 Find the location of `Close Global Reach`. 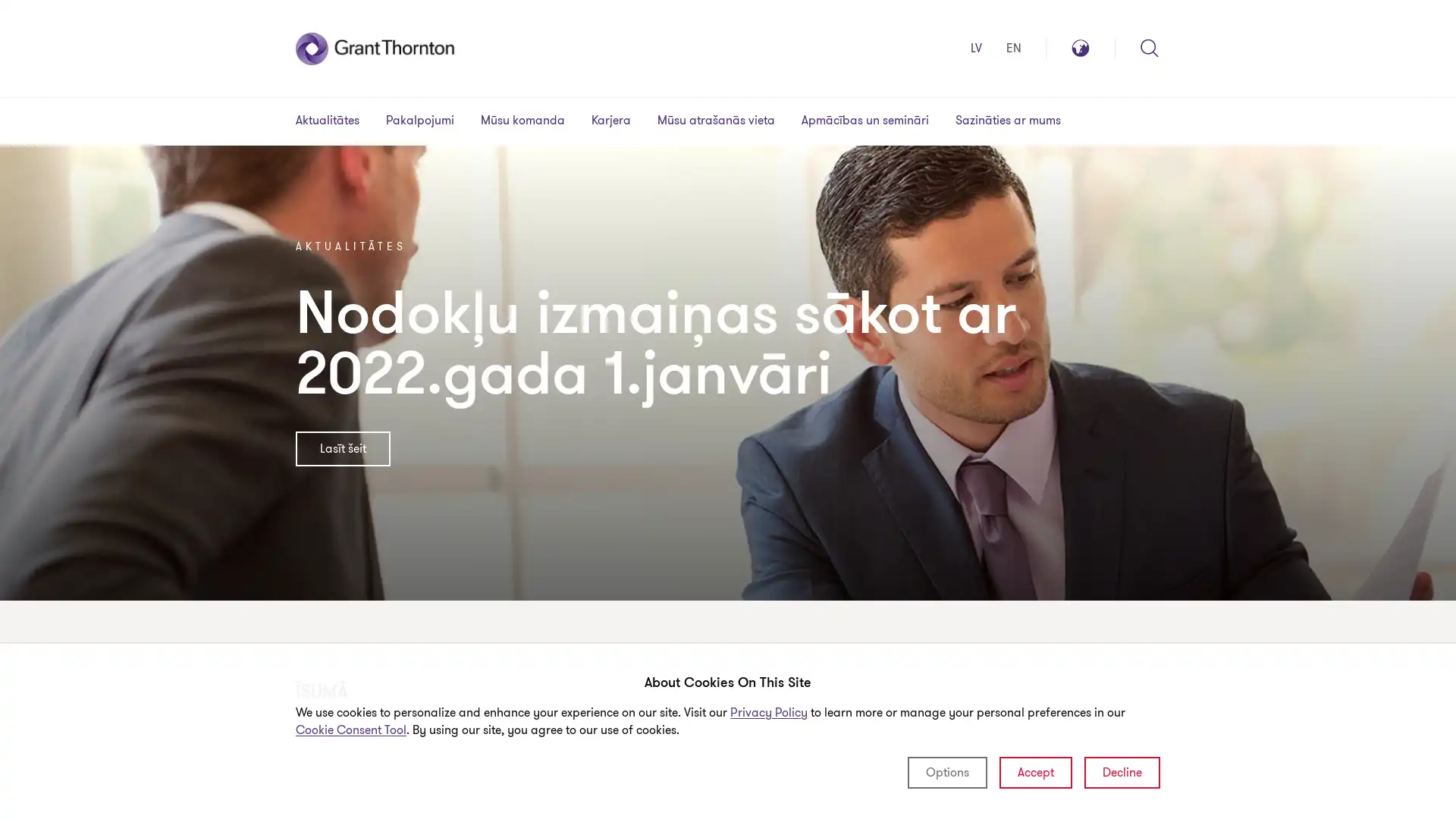

Close Global Reach is located at coordinates (1139, 57).